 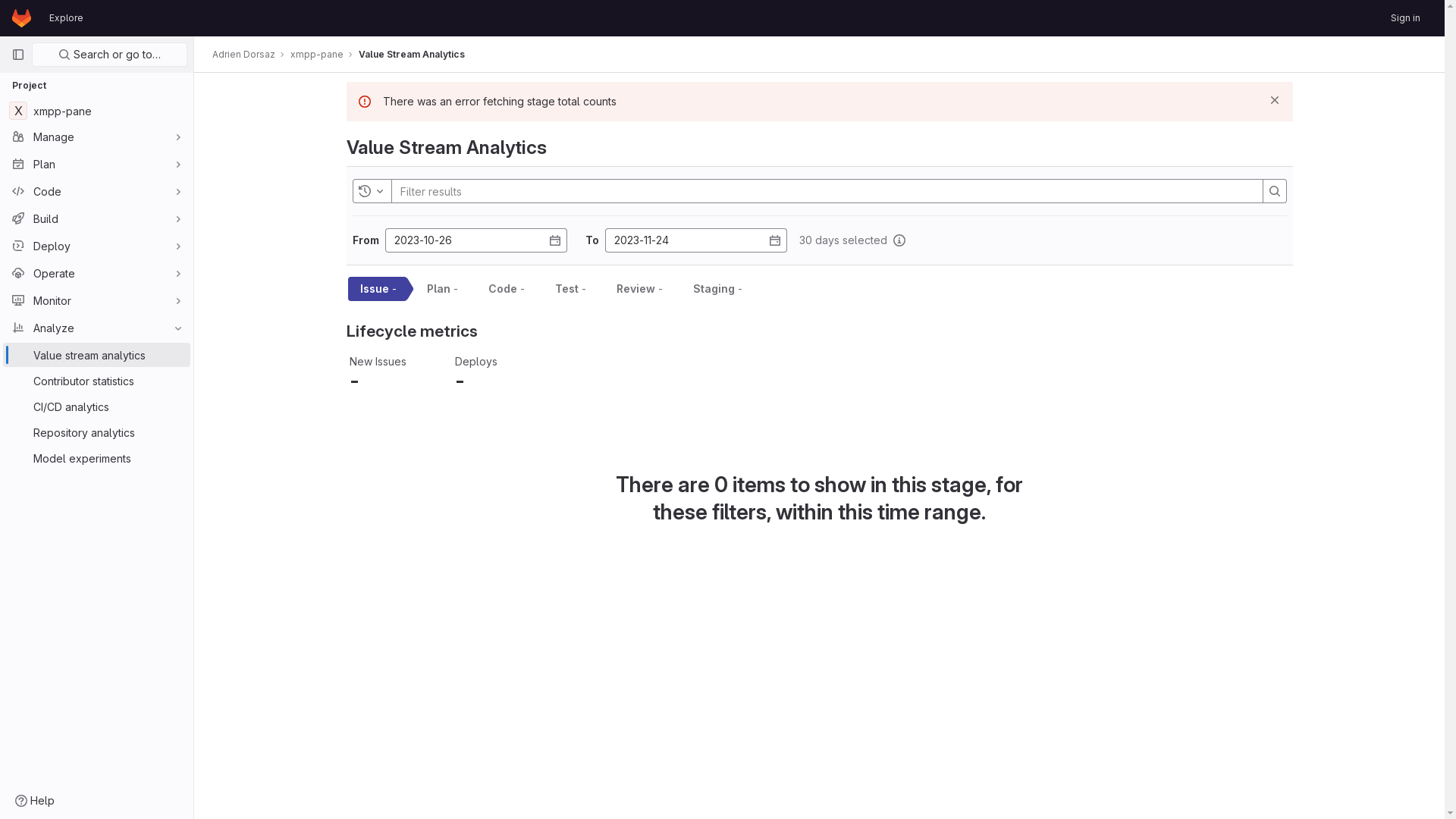 What do you see at coordinates (96, 406) in the screenshot?
I see `'CI/CD analytics'` at bounding box center [96, 406].